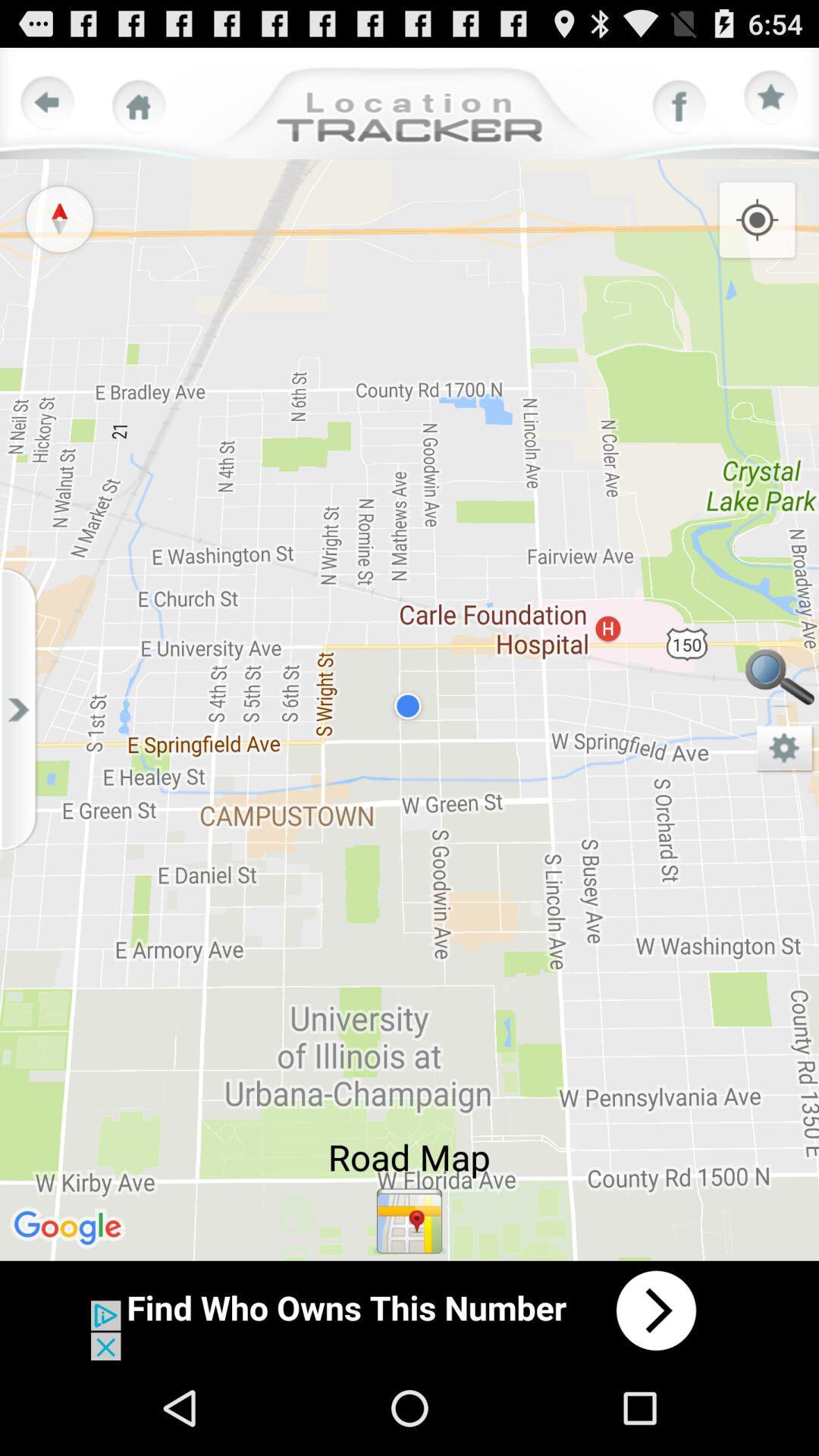  Describe the element at coordinates (409, 1310) in the screenshot. I see `learn about this product` at that location.